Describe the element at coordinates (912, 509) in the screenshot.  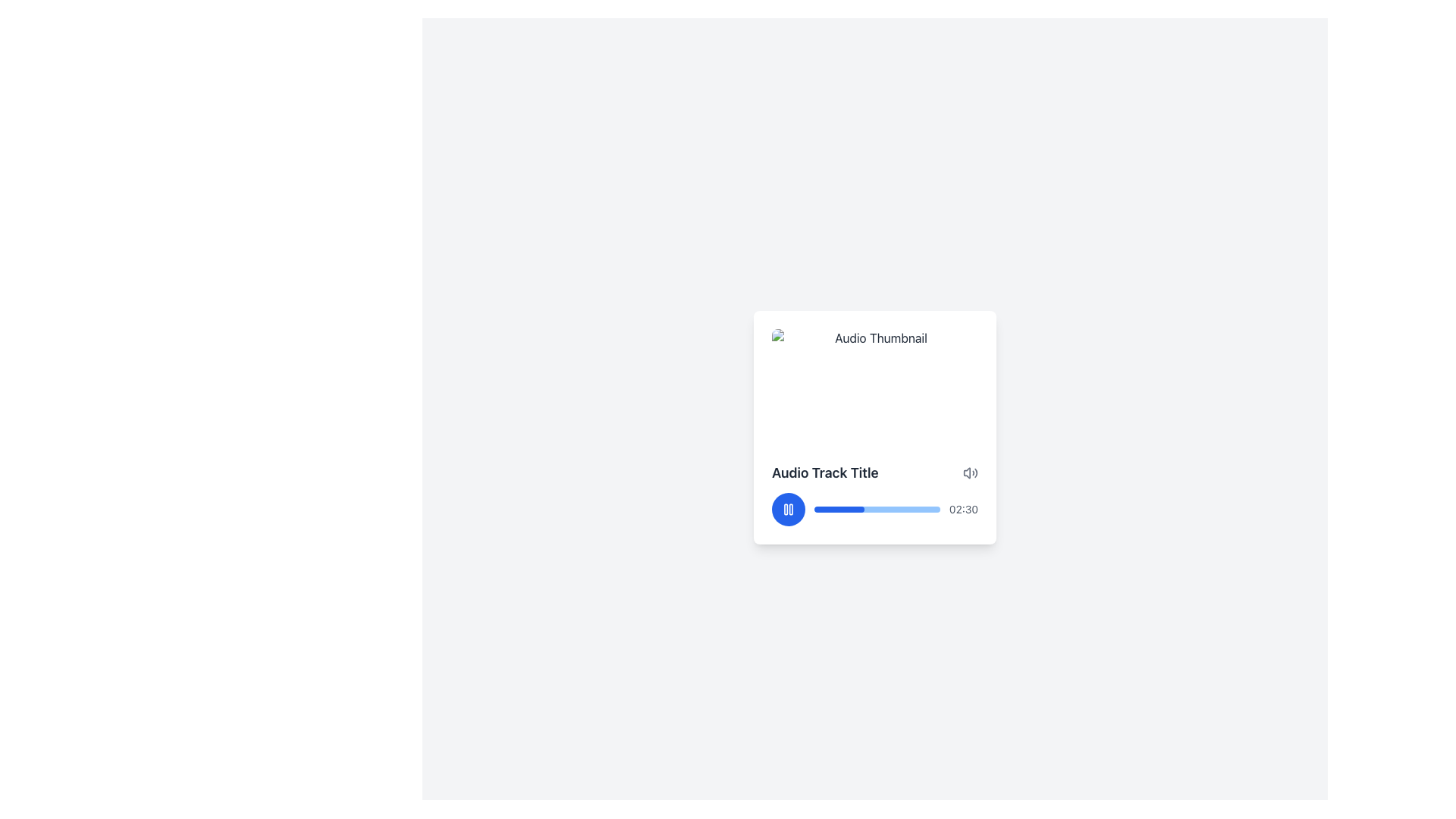
I see `audio track progress` at that location.